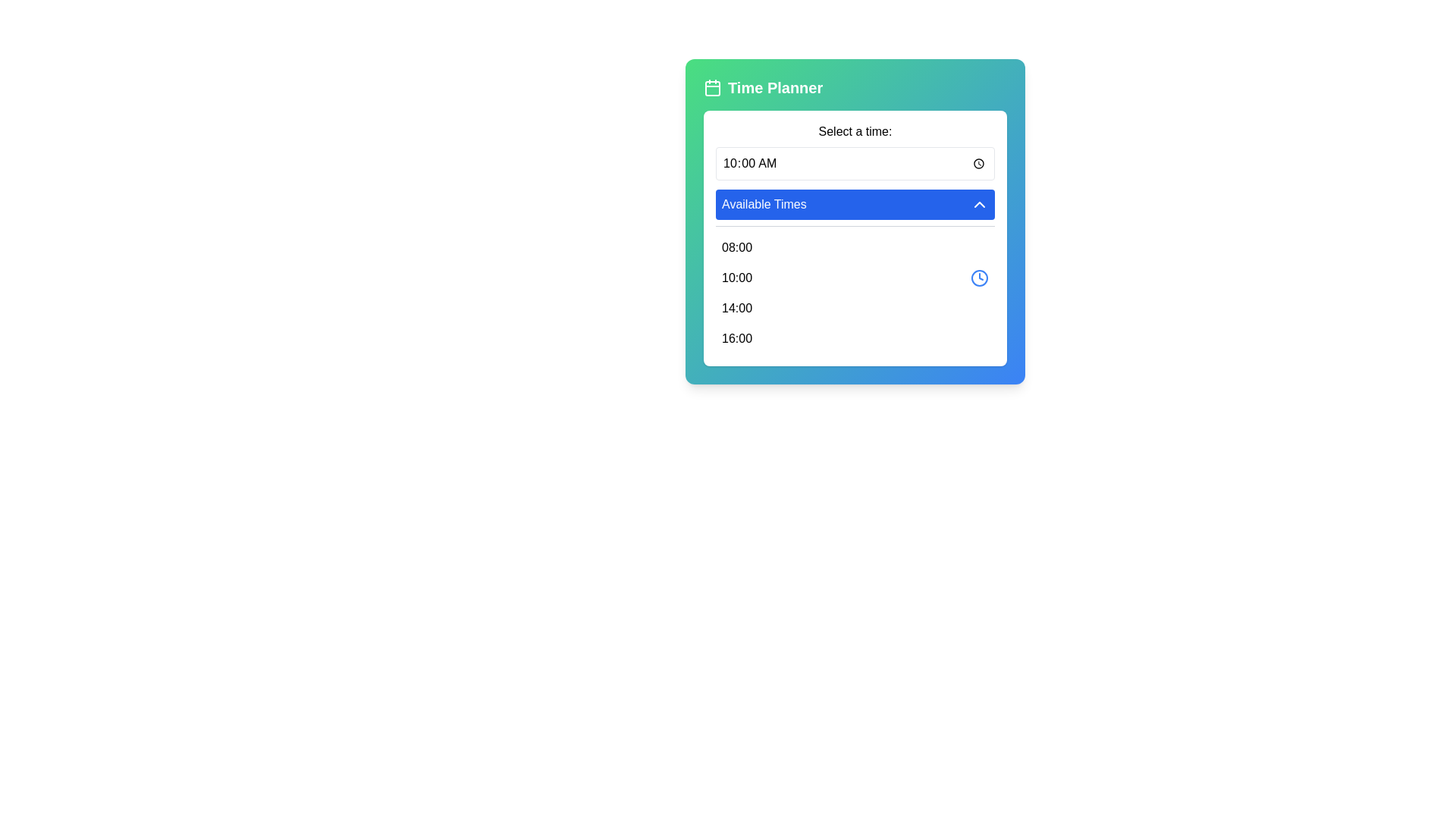 The image size is (1456, 819). What do you see at coordinates (855, 308) in the screenshot?
I see `the selectable time option '14:00' in the time picker interface to change its background color` at bounding box center [855, 308].